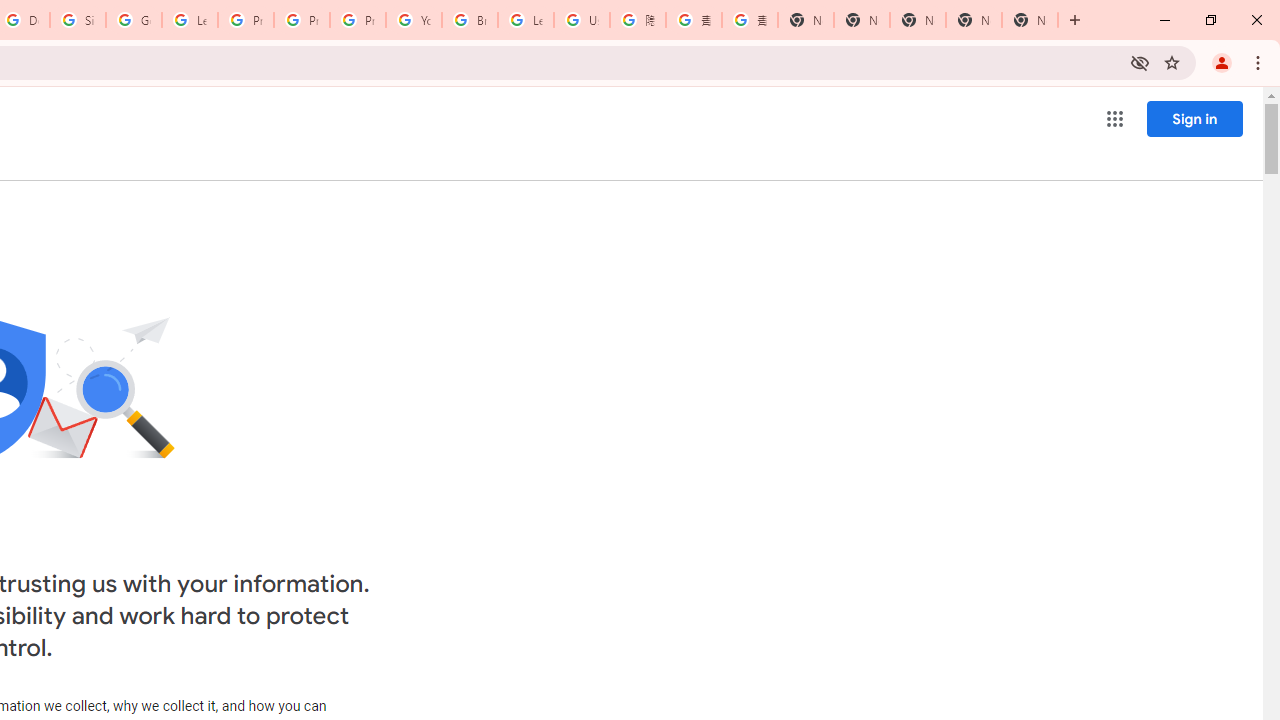 The image size is (1280, 720). I want to click on 'YouTube', so click(413, 20).